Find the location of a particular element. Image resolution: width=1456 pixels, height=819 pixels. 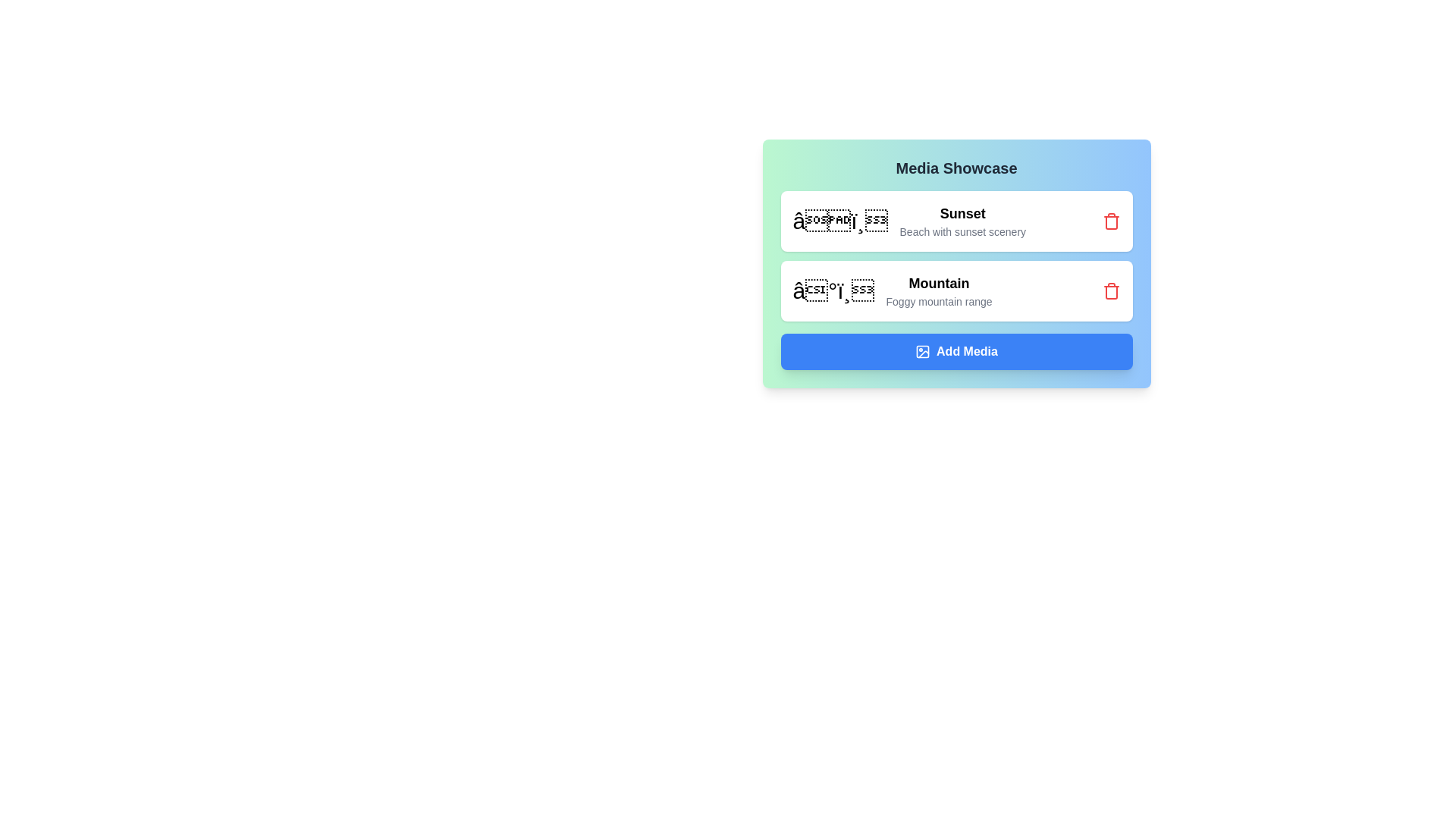

the media chip with the label Mountain is located at coordinates (955, 291).